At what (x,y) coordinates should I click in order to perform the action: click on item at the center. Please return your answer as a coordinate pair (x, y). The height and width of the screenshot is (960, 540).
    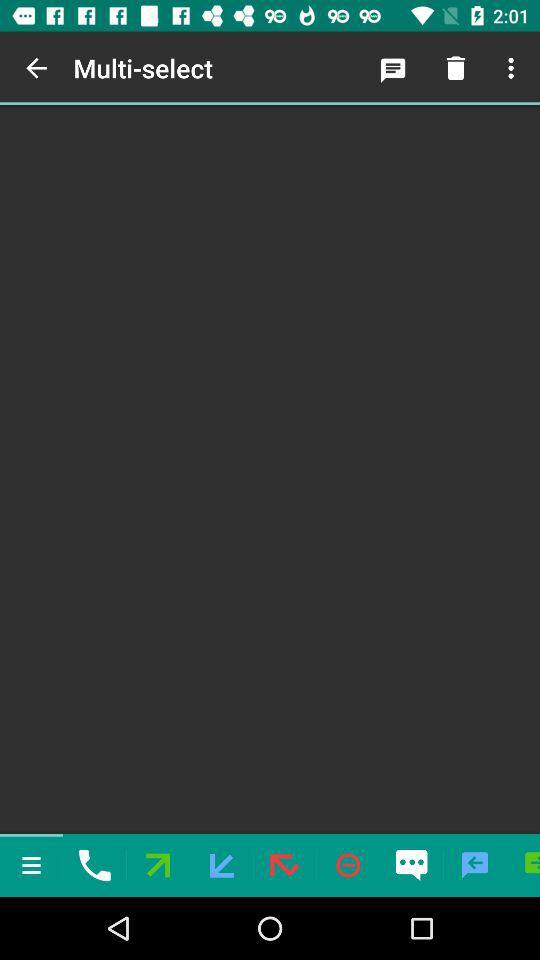
    Looking at the image, I should click on (270, 469).